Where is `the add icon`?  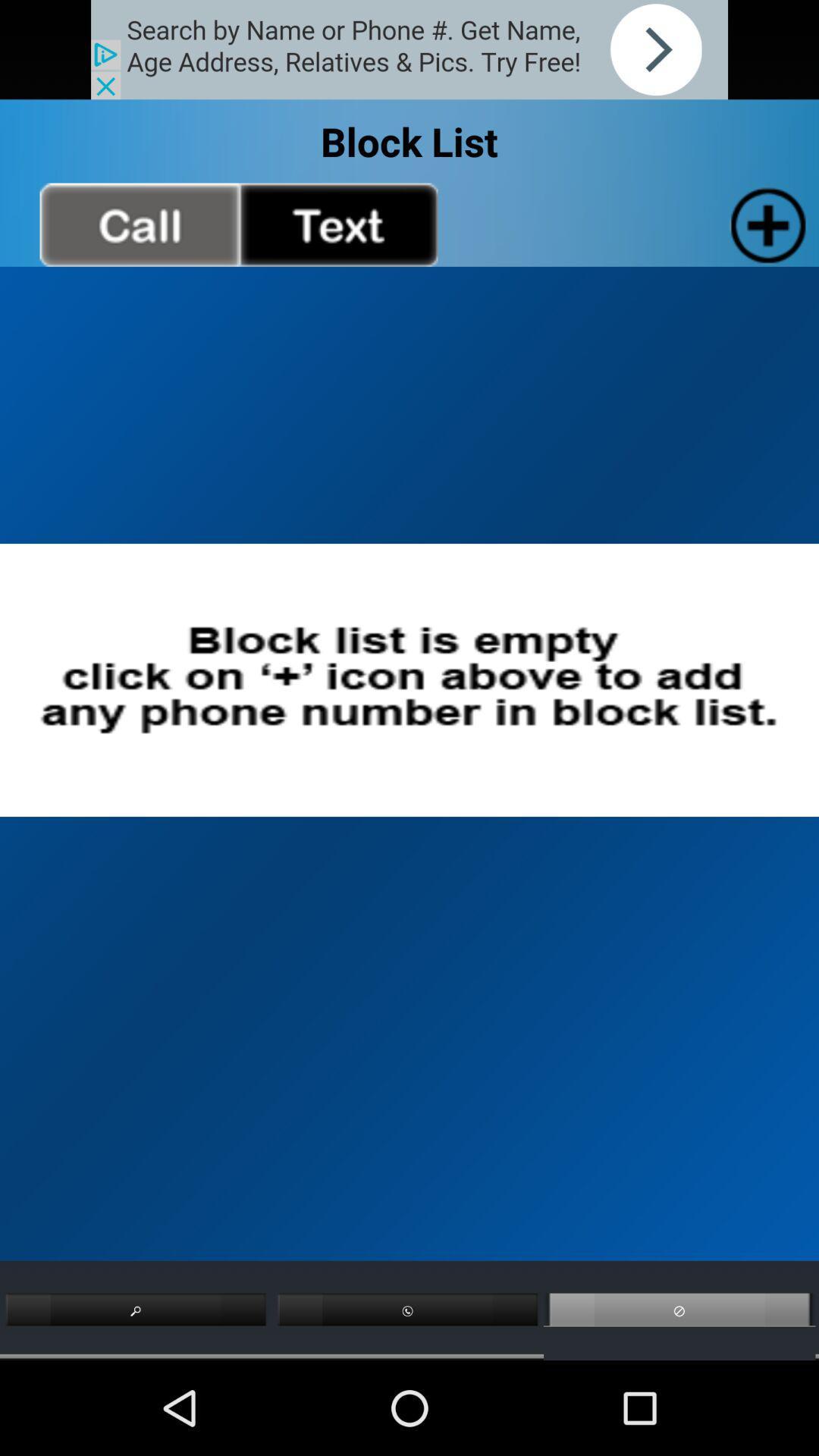 the add icon is located at coordinates (765, 239).